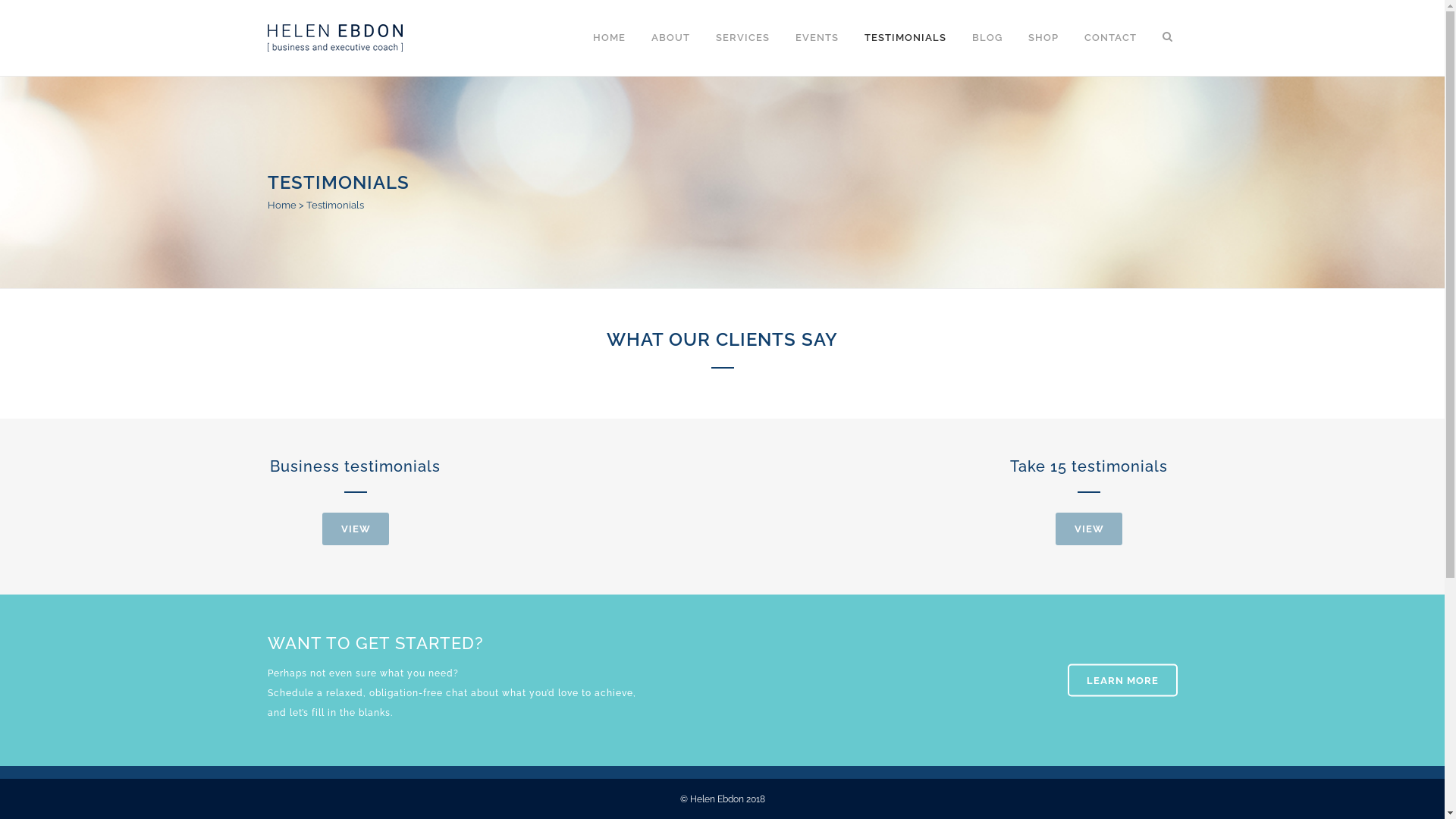 The height and width of the screenshot is (819, 1456). What do you see at coordinates (767, 591) in the screenshot?
I see `'Testimonials'` at bounding box center [767, 591].